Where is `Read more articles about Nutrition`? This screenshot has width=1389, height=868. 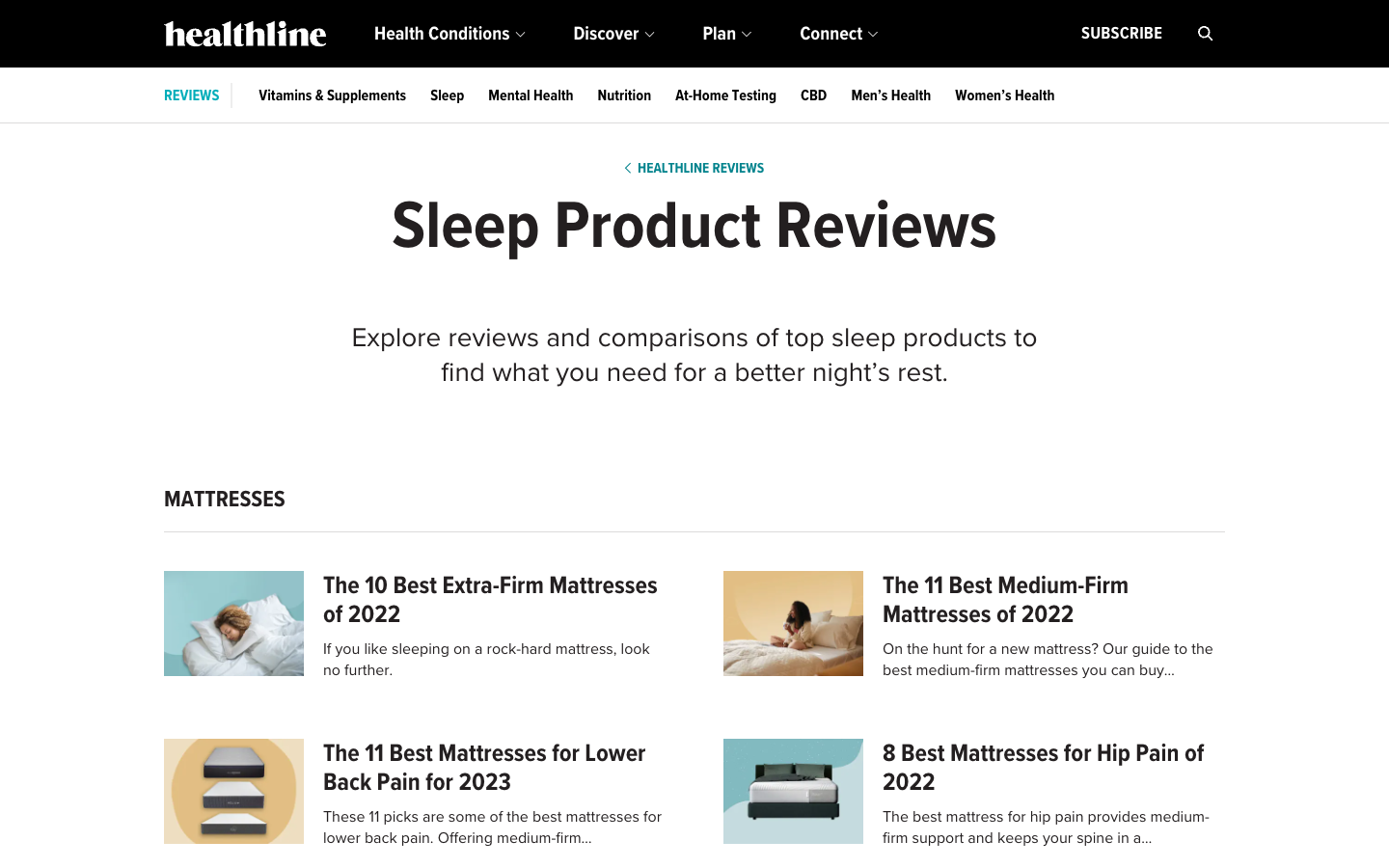 Read more articles about Nutrition is located at coordinates (623, 95).